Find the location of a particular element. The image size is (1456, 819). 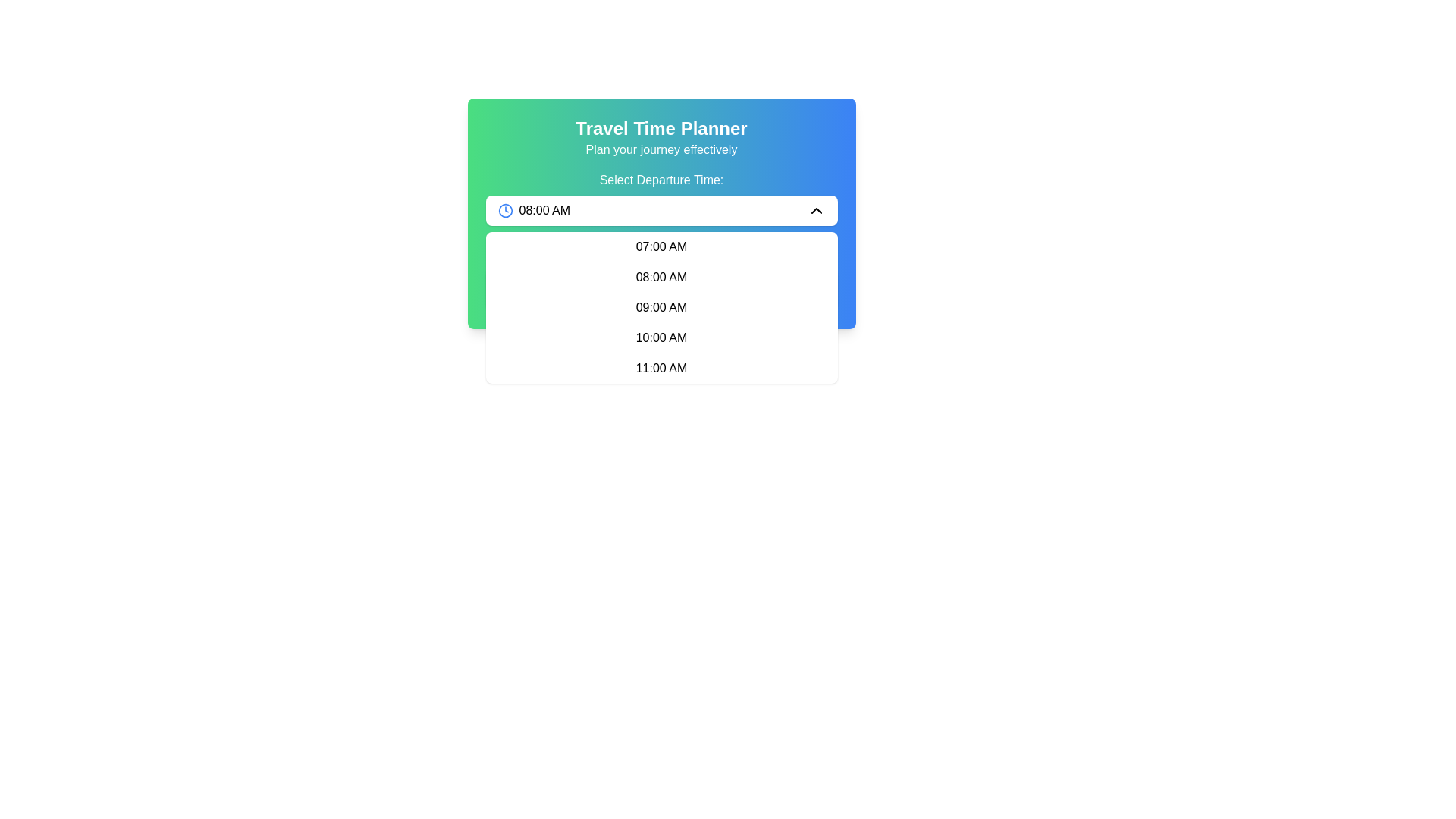

the fifth item in the dropdown menu is located at coordinates (661, 369).